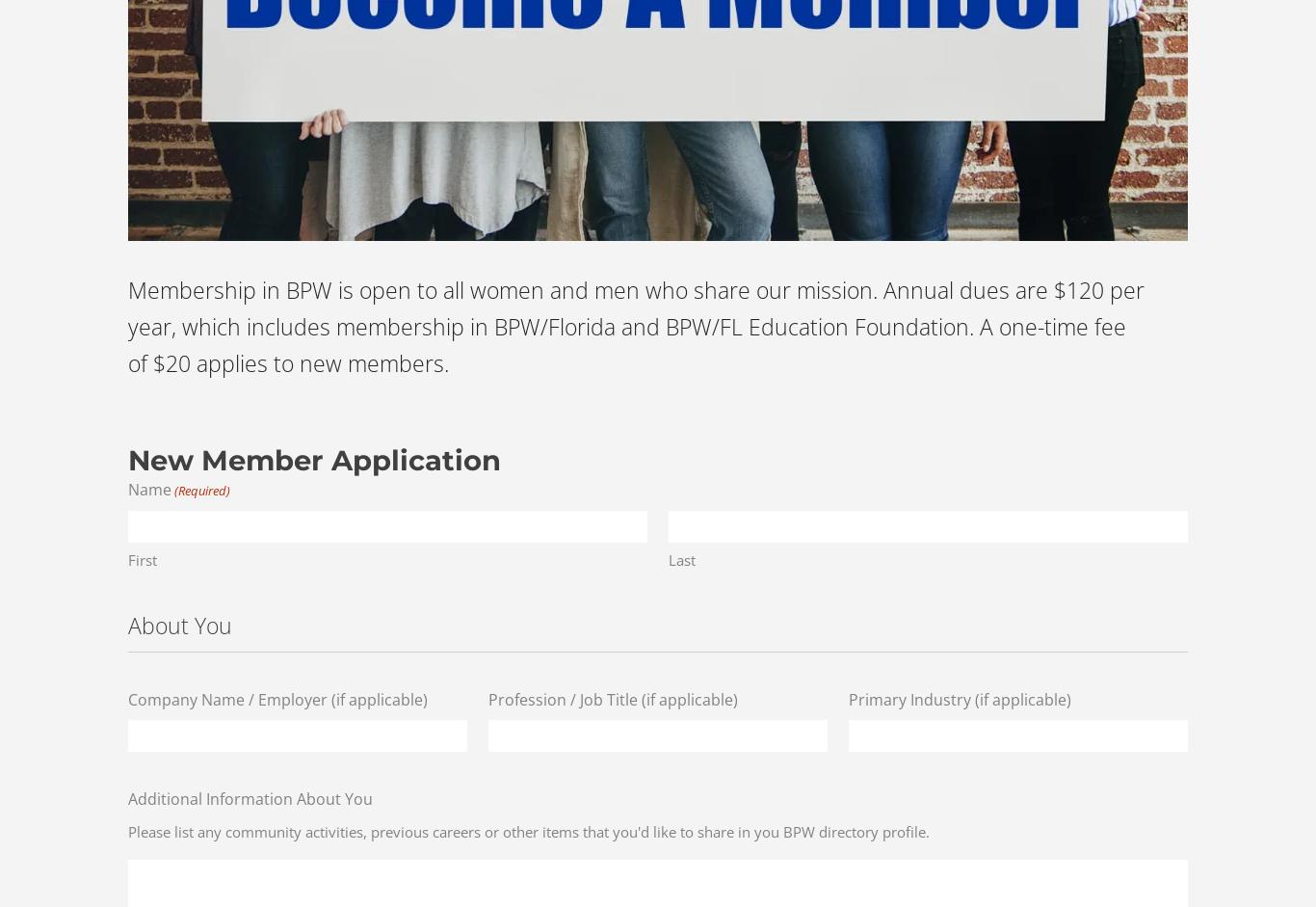 The height and width of the screenshot is (907, 1316). I want to click on '(Required)', so click(200, 489).